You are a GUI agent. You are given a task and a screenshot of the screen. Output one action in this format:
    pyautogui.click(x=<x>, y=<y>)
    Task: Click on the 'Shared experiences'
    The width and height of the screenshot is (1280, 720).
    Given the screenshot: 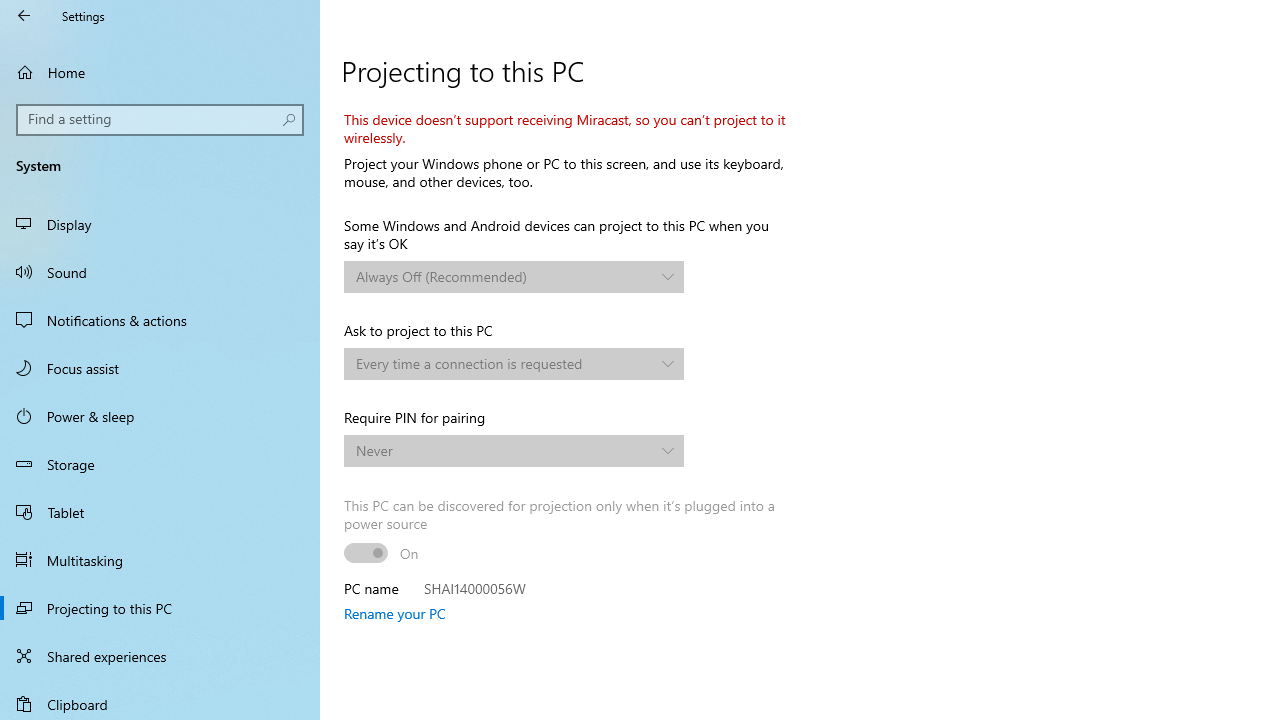 What is the action you would take?
    pyautogui.click(x=160, y=655)
    